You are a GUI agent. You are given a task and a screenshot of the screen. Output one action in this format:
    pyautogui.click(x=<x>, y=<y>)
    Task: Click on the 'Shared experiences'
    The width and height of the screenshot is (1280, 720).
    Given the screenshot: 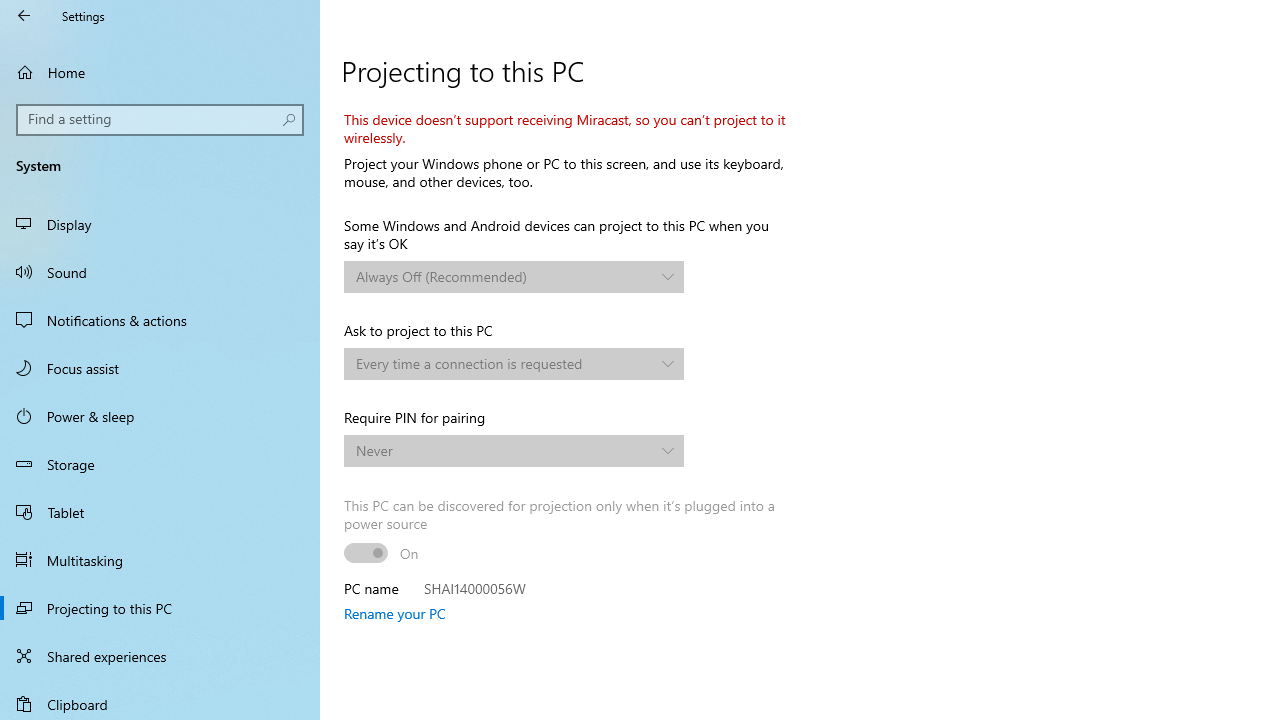 What is the action you would take?
    pyautogui.click(x=160, y=655)
    